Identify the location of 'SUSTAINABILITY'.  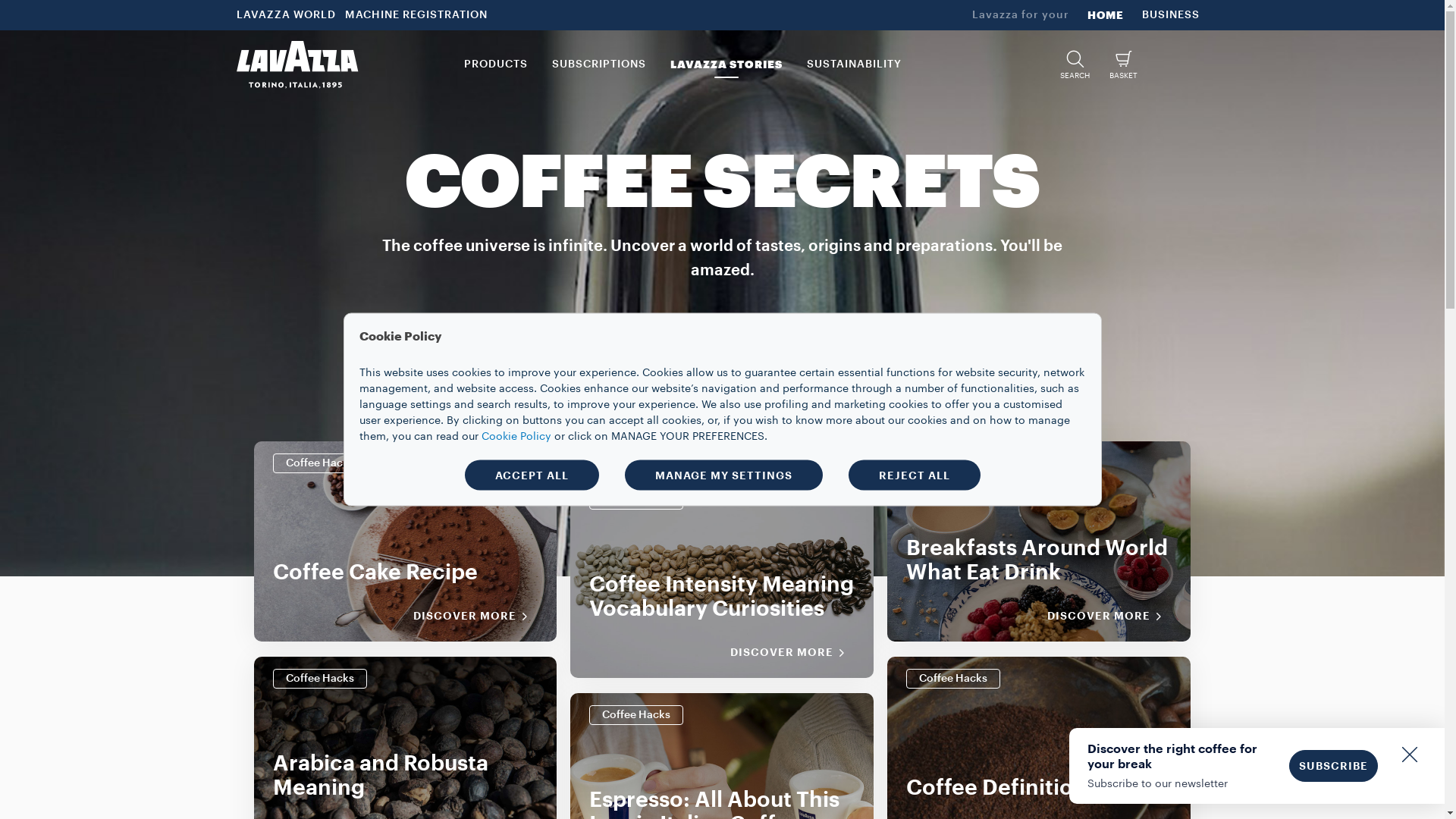
(854, 63).